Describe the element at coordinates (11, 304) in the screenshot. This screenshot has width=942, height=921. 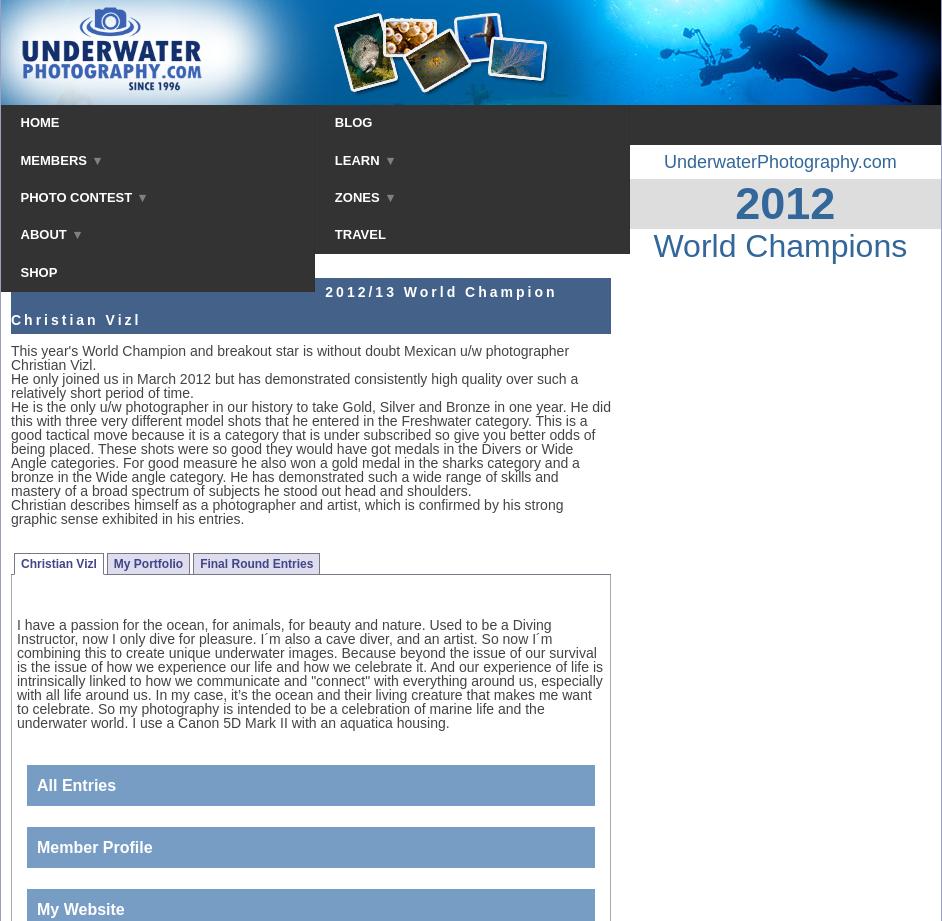
I see `'2012/13 World Champion Christian Vizl'` at that location.